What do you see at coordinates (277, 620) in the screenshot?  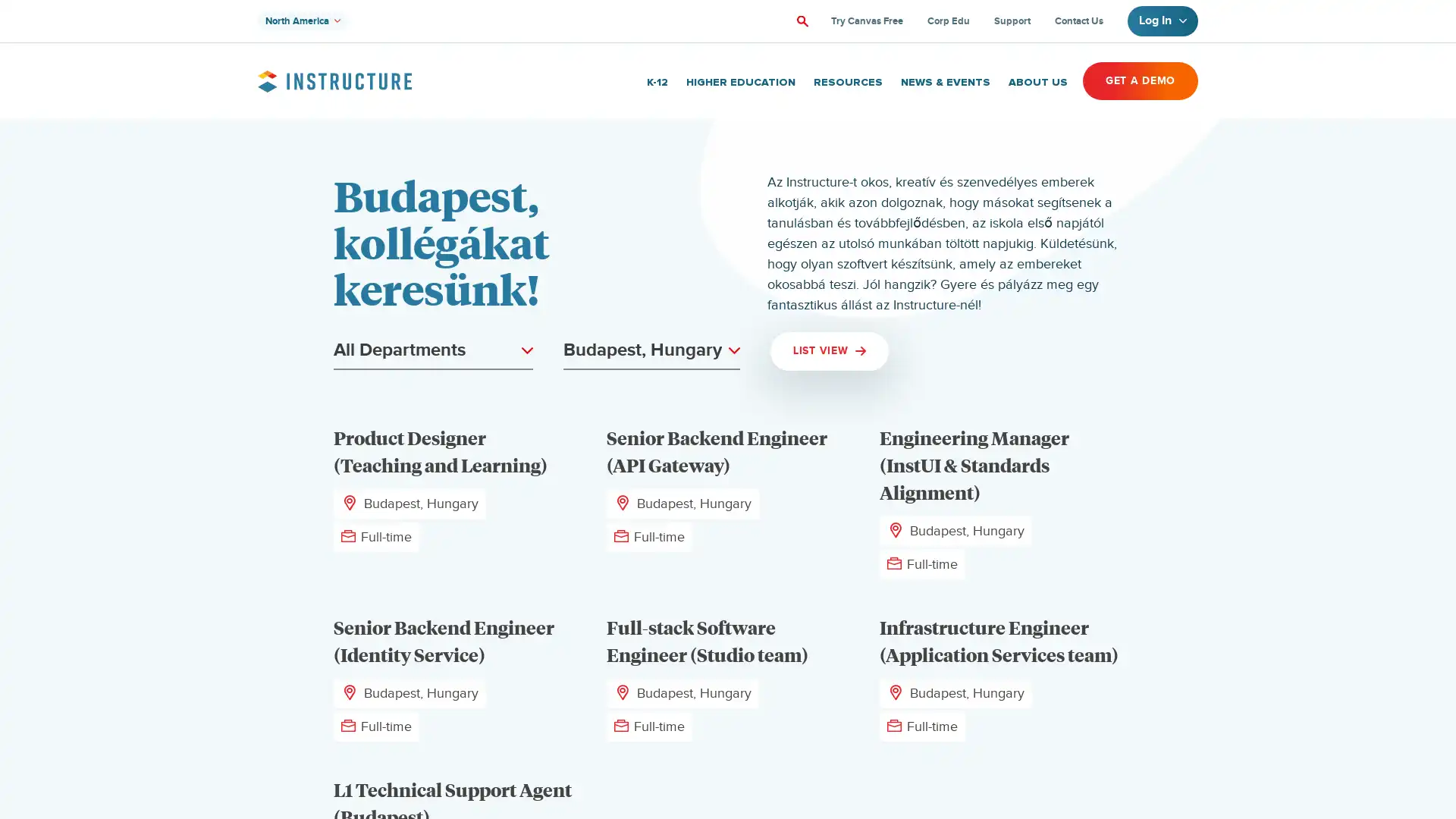 I see `Close` at bounding box center [277, 620].